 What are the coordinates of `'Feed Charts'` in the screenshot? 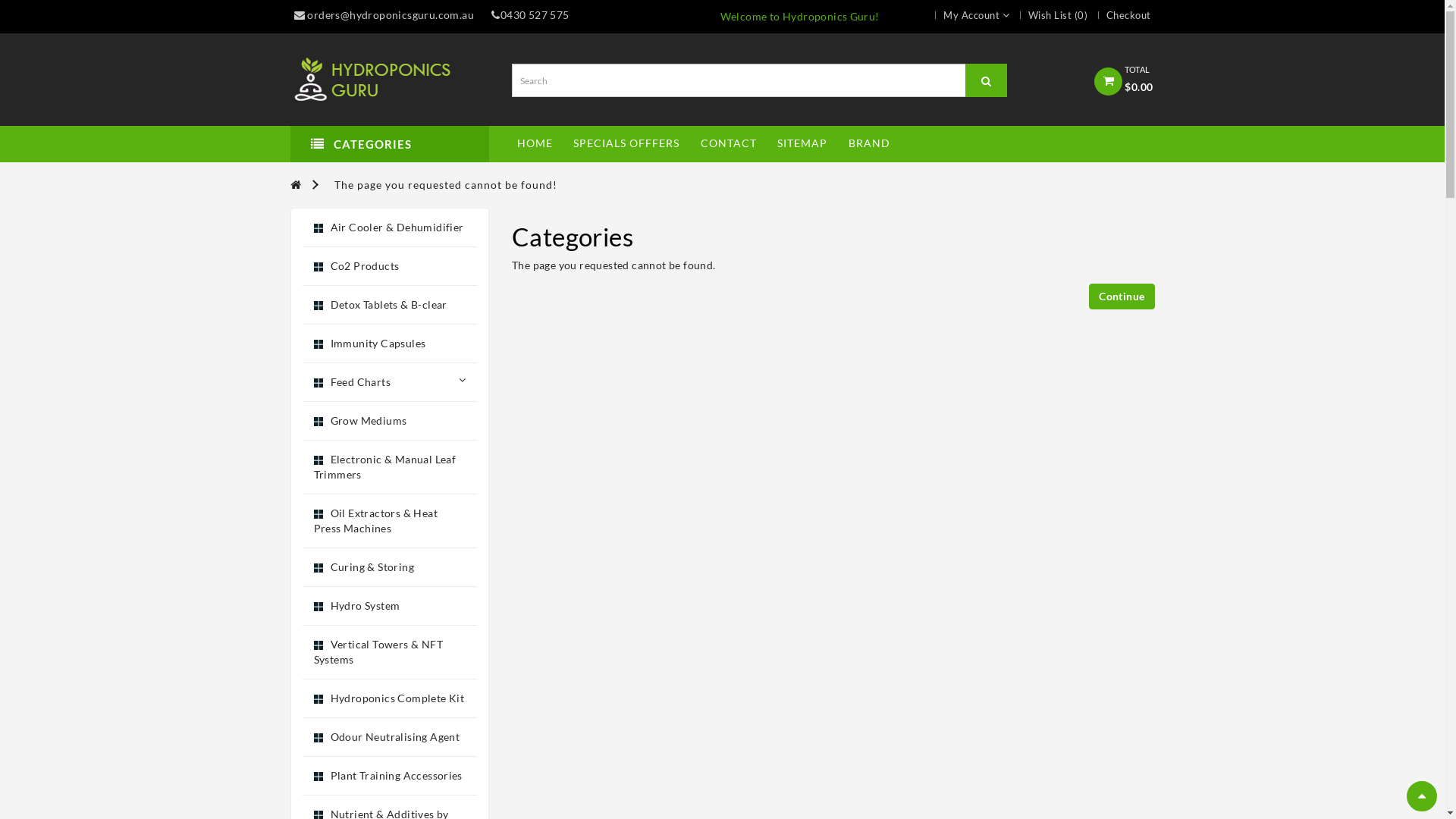 It's located at (389, 381).